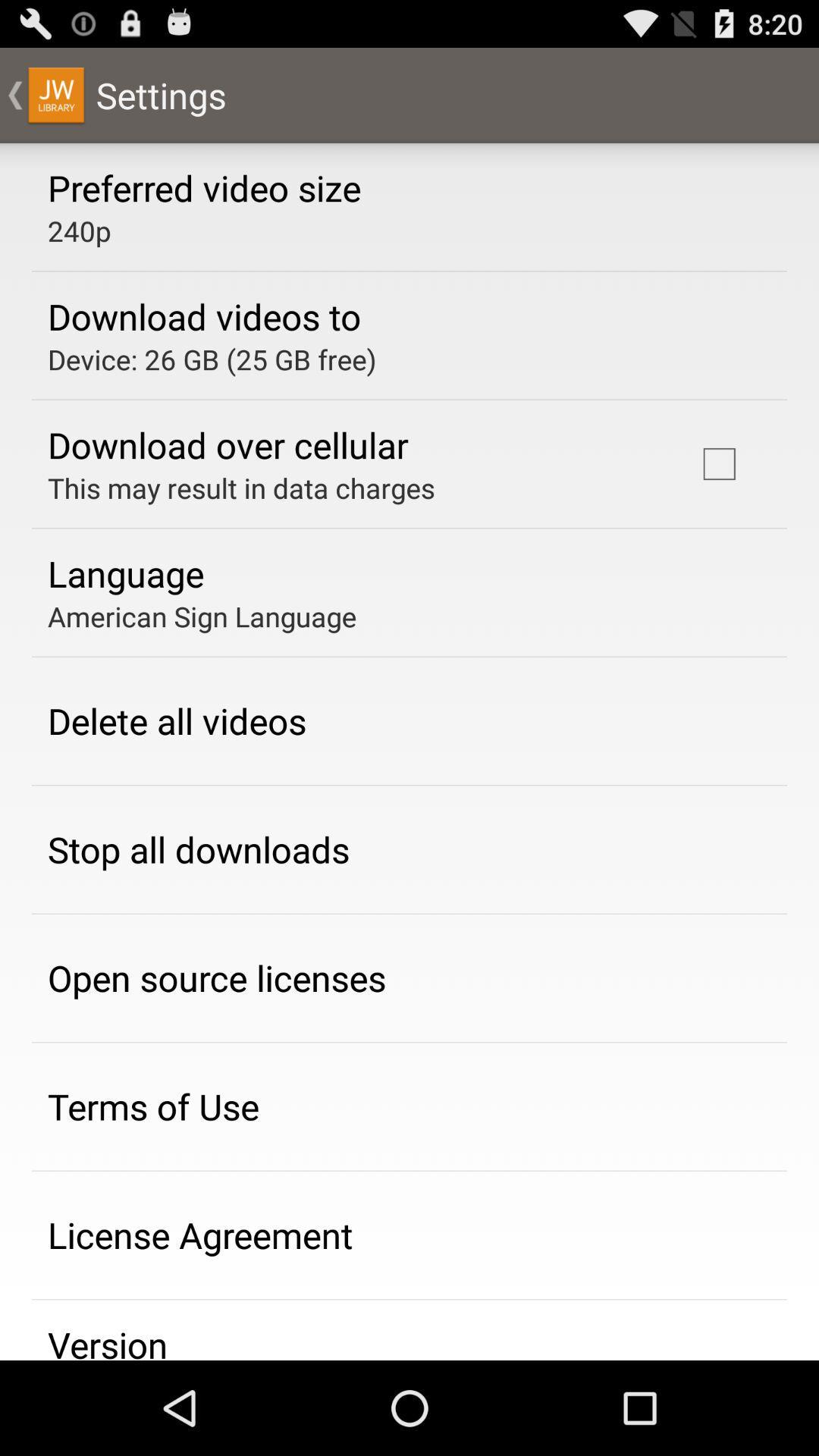 The width and height of the screenshot is (819, 1456). I want to click on app above the download videos to icon, so click(79, 230).